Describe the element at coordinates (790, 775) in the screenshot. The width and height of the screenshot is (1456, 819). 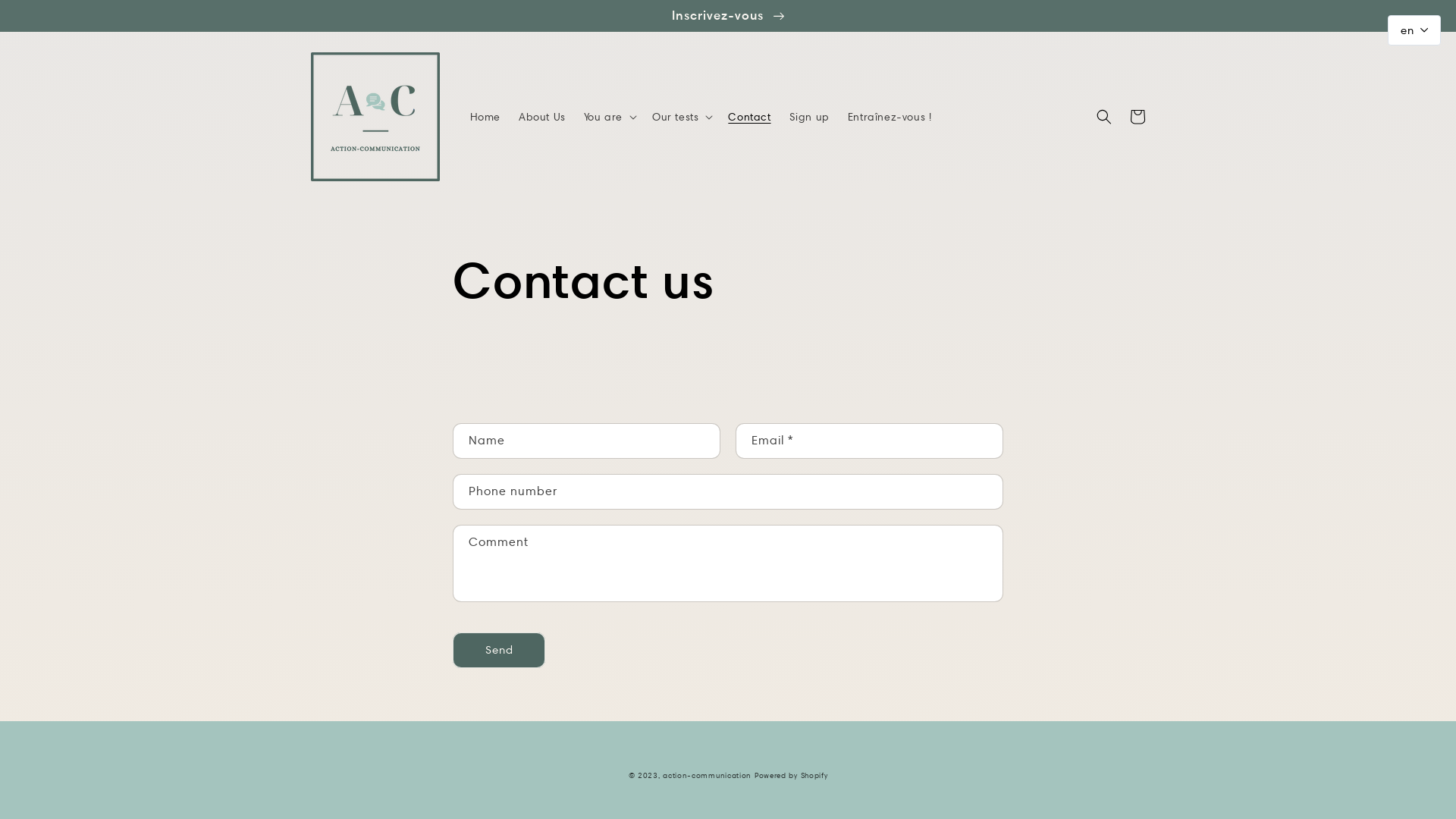
I see `'Powered by Shopify'` at that location.